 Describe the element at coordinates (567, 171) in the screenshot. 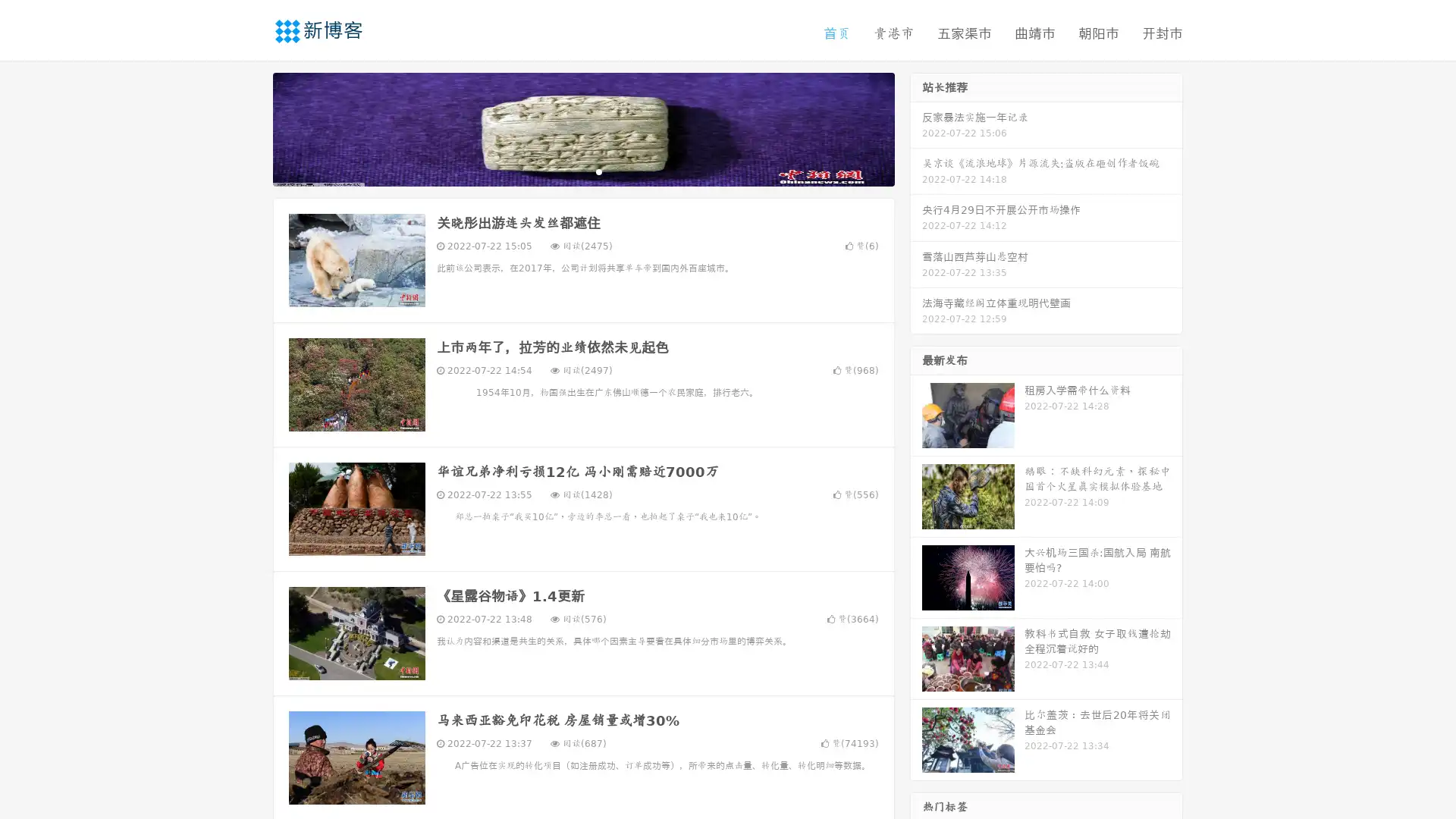

I see `Go to slide 1` at that location.